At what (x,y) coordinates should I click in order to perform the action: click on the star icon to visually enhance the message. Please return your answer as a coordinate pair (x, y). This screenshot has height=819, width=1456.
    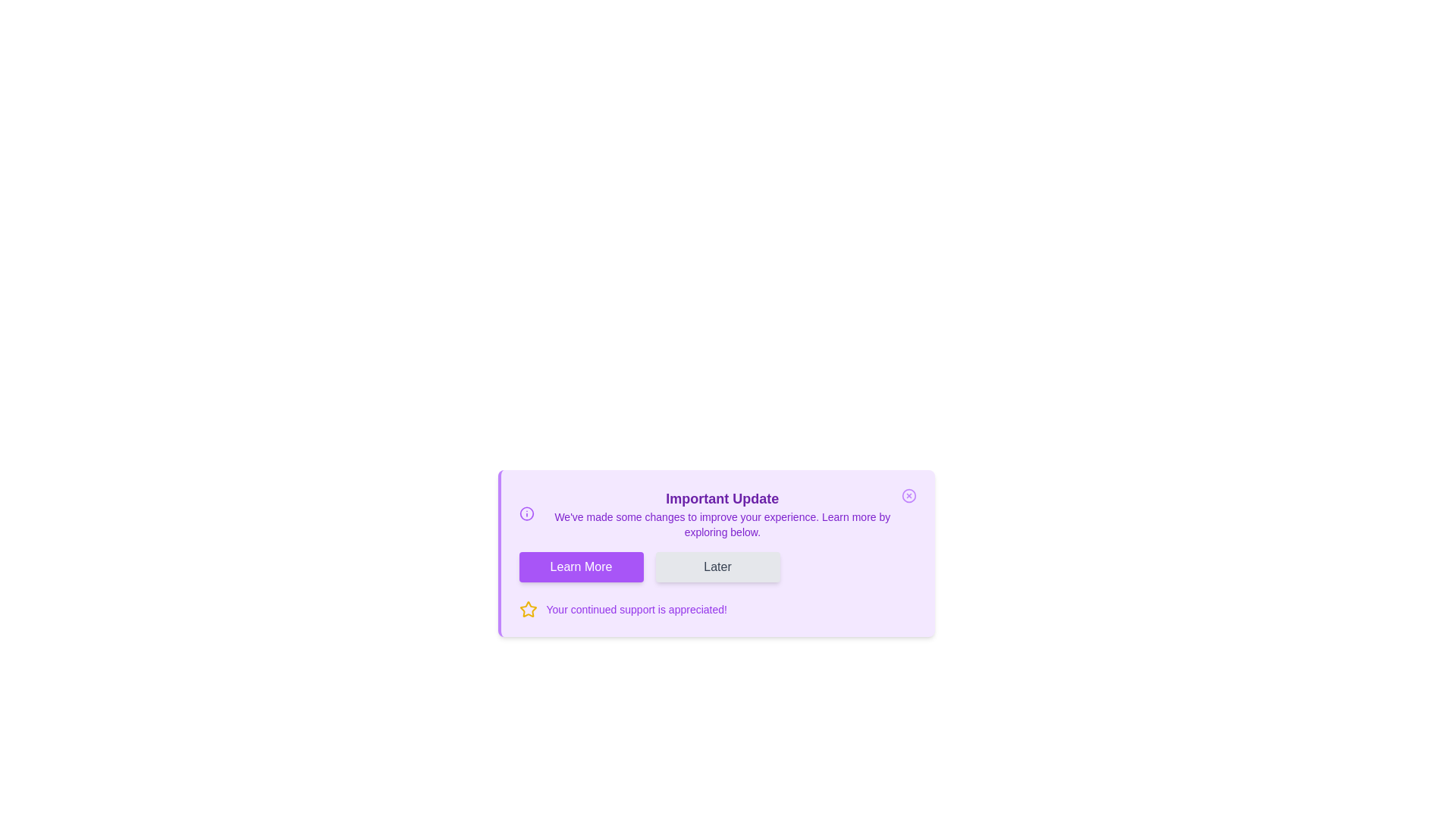
    Looking at the image, I should click on (528, 608).